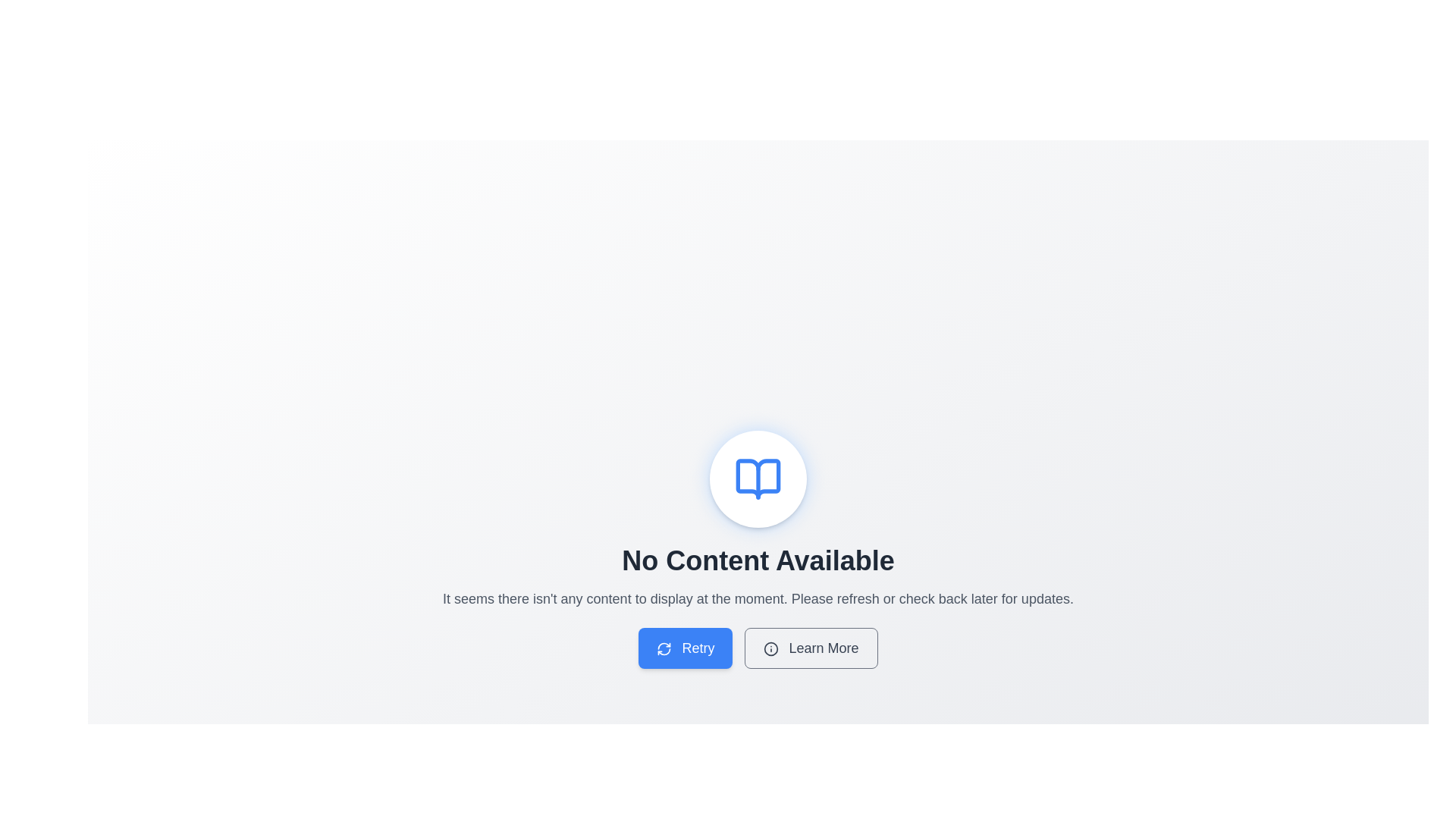 Image resolution: width=1456 pixels, height=819 pixels. Describe the element at coordinates (758, 479) in the screenshot. I see `the blue icon resembling an open book, which is centrally located below the text 'No Content Available'` at that location.